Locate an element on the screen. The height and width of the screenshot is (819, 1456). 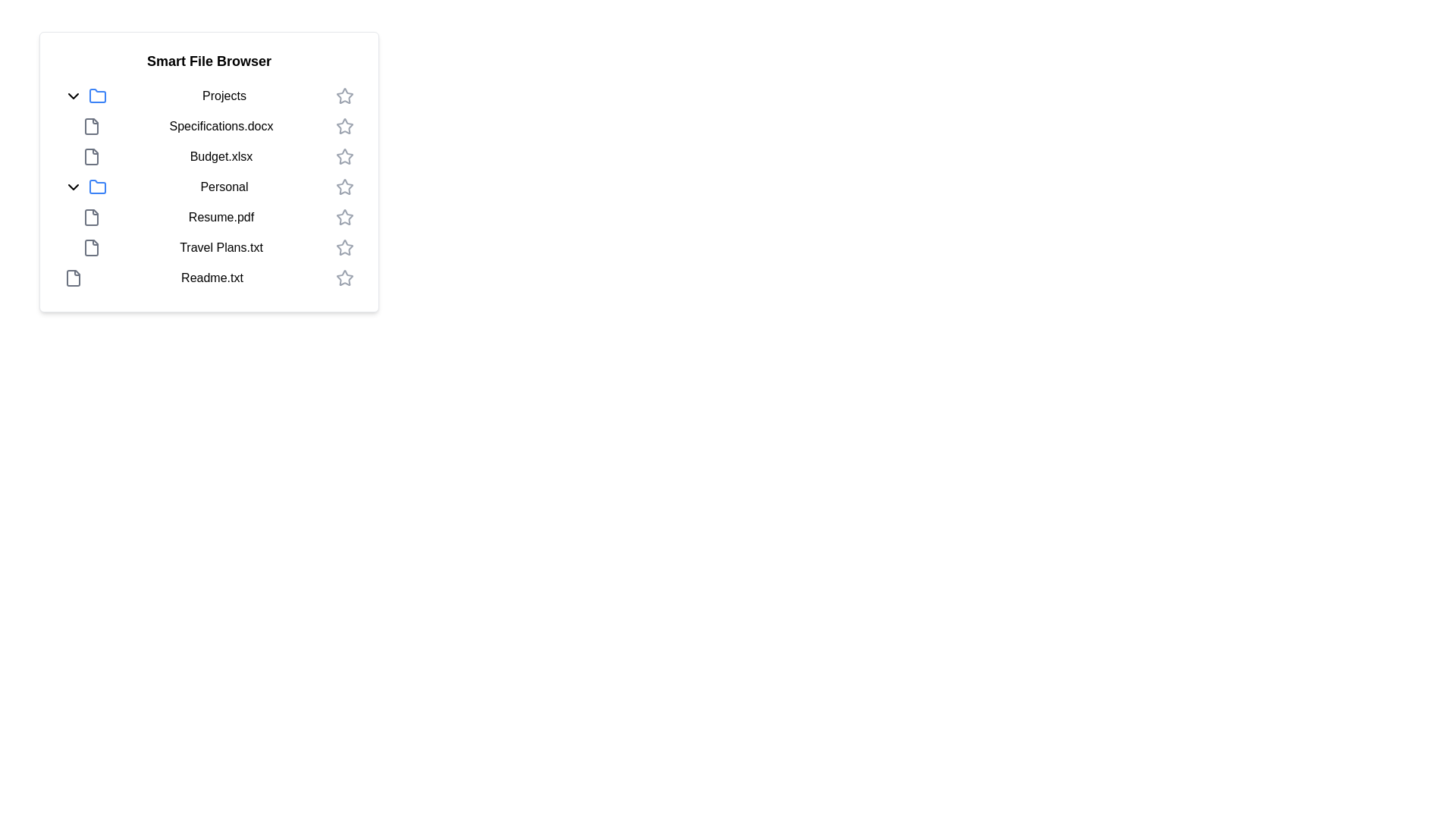
the rectangular gray icon resembling a file document with a folded corner that represents 'Budget.xlsx', the second item under the 'Projects' folder grouping is located at coordinates (90, 157).